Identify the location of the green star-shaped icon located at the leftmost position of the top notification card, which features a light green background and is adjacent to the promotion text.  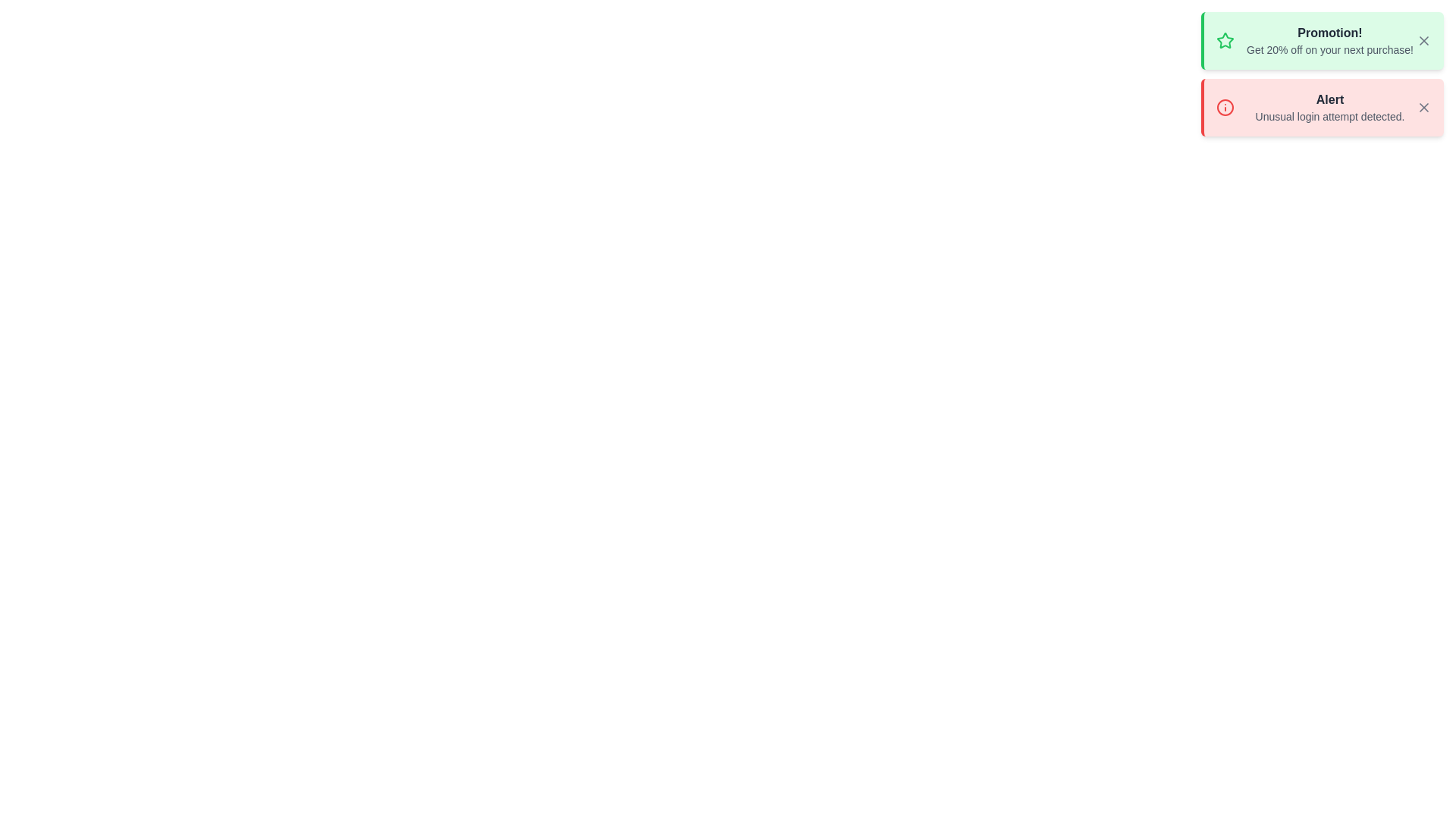
(1225, 40).